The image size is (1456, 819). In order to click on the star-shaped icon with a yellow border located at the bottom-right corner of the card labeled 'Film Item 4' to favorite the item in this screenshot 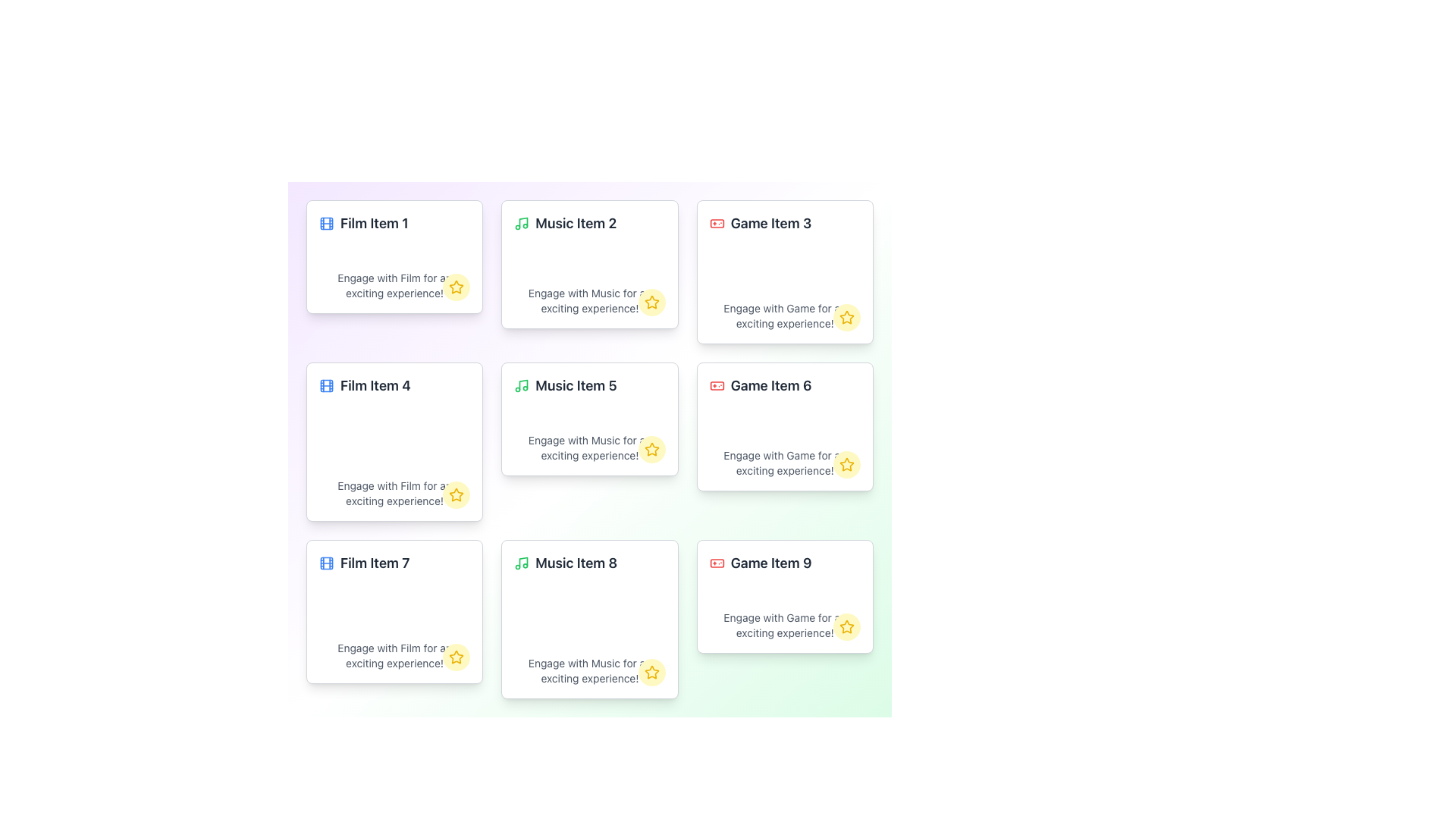, I will do `click(456, 494)`.